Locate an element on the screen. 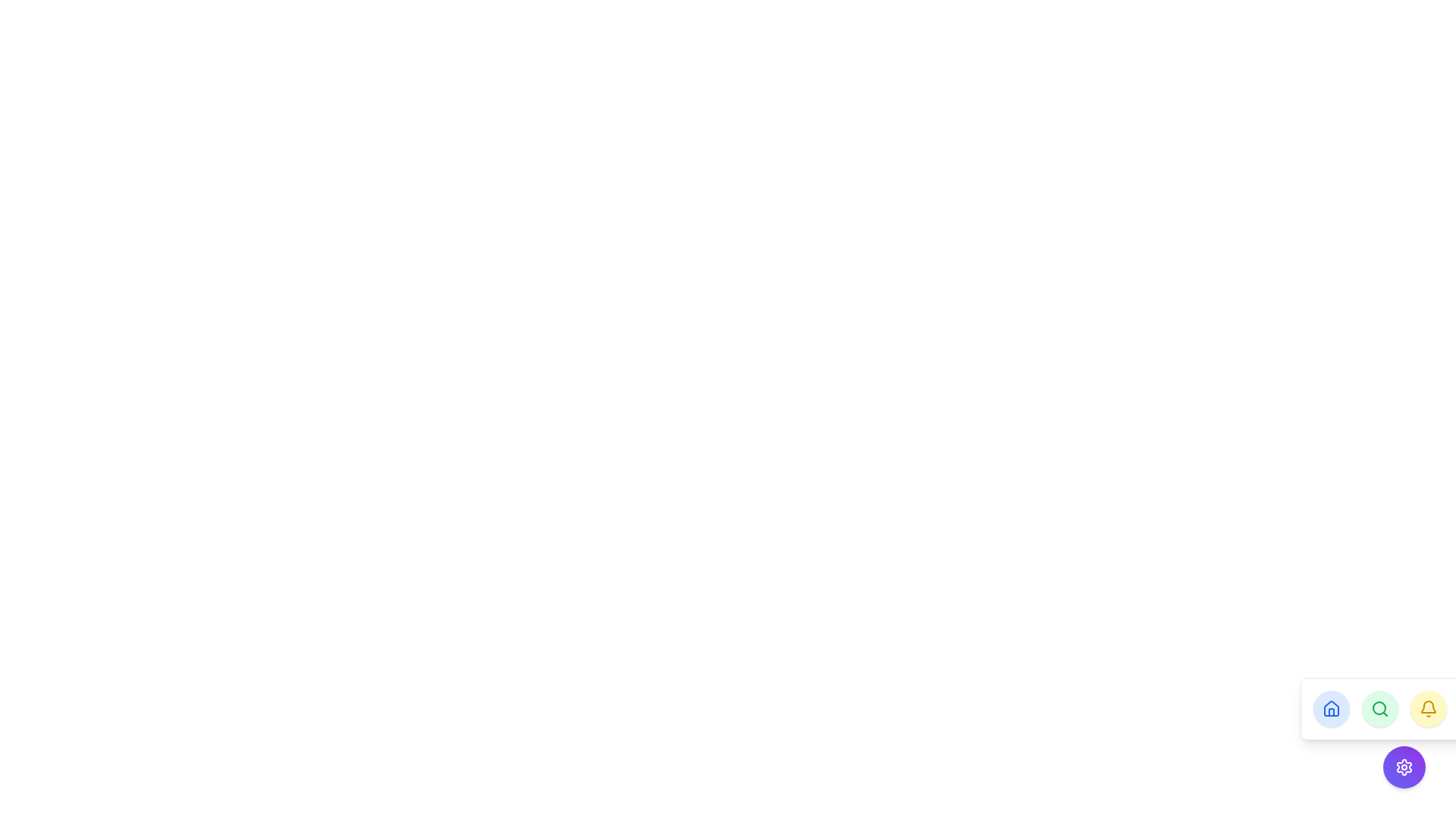  the circular settings button with a gradient purple background and a white gear icon is located at coordinates (1404, 767).